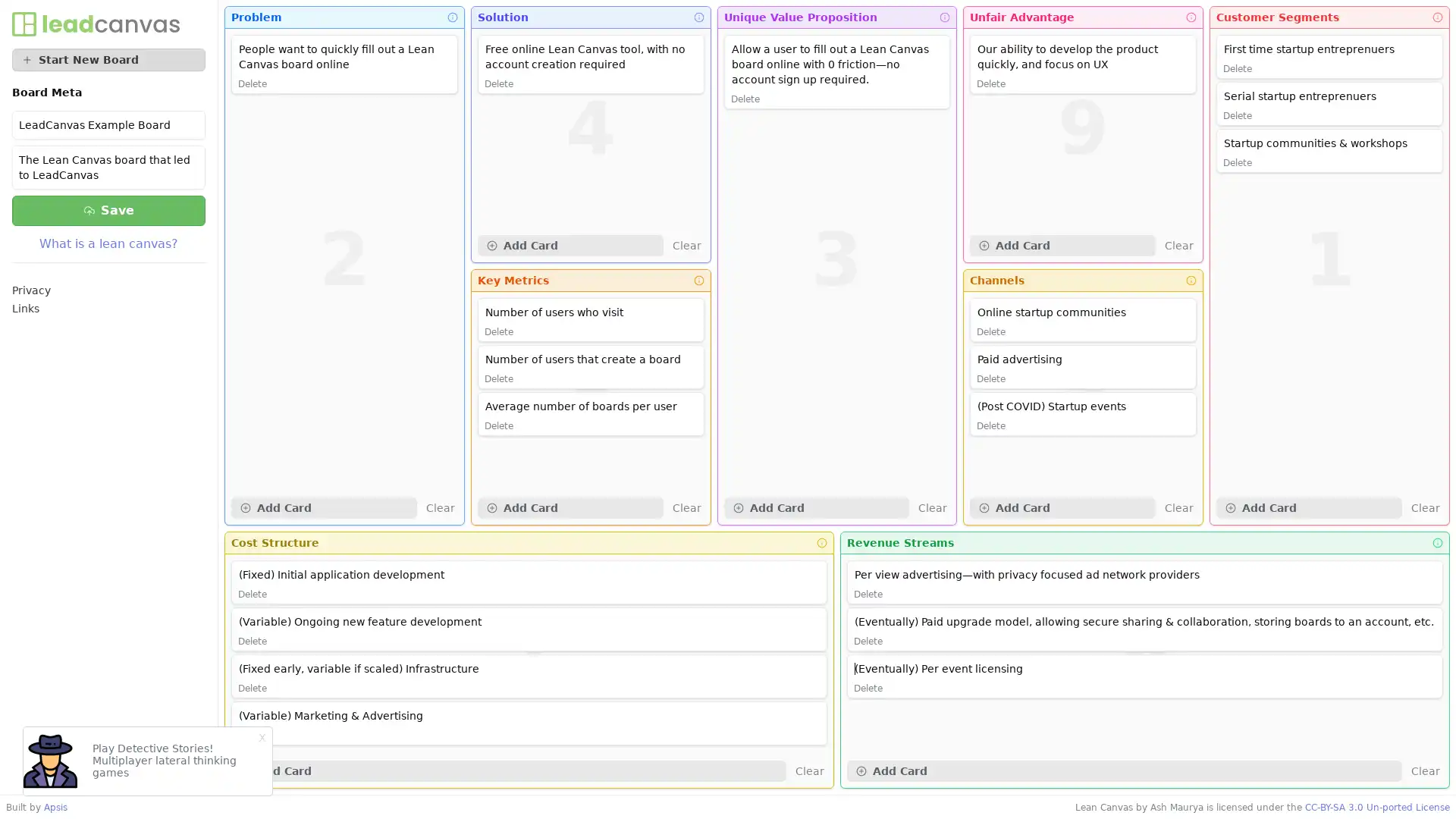  I want to click on Delete, so click(1238, 163).